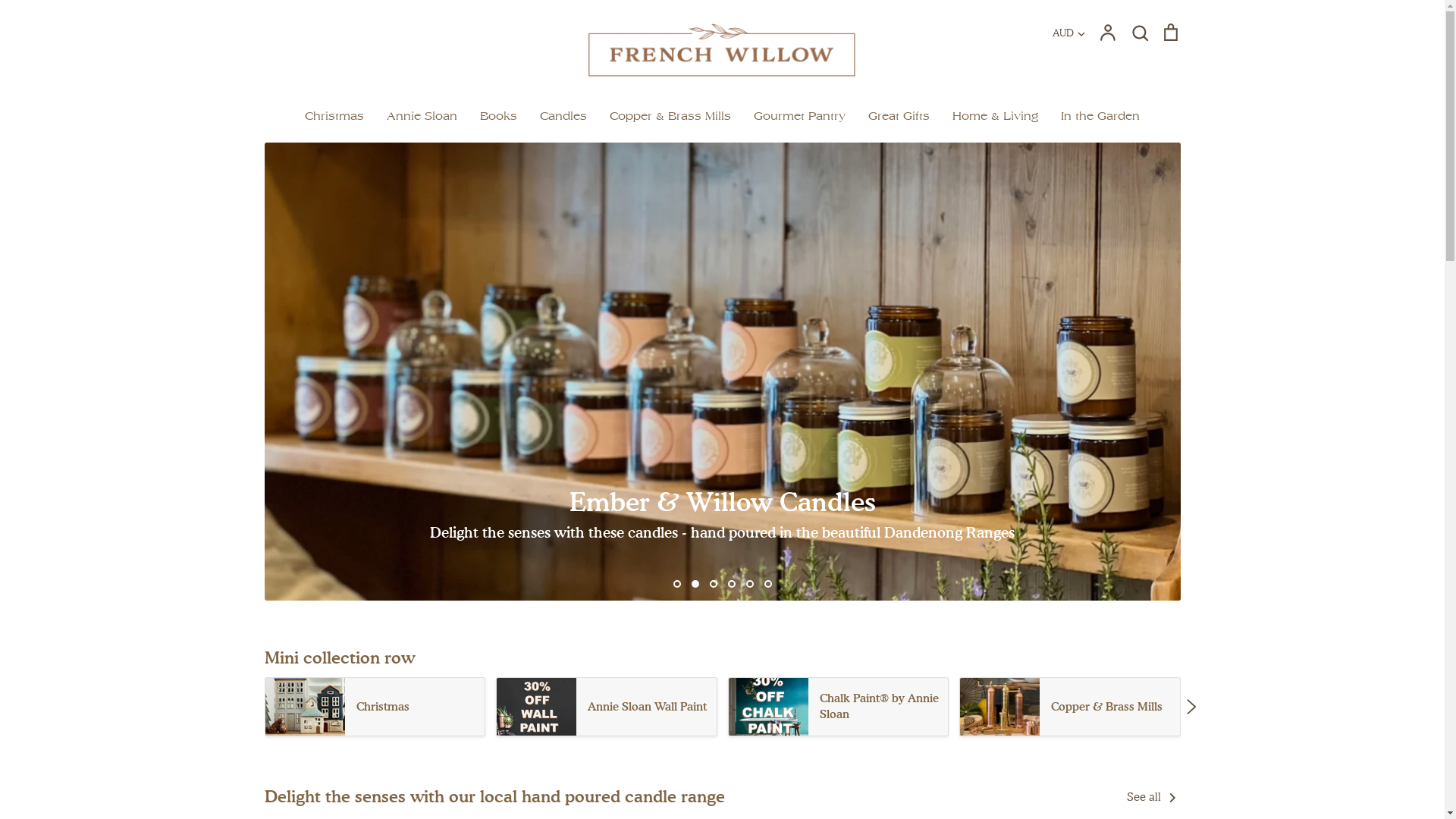  I want to click on 'Cart', so click(1169, 32).